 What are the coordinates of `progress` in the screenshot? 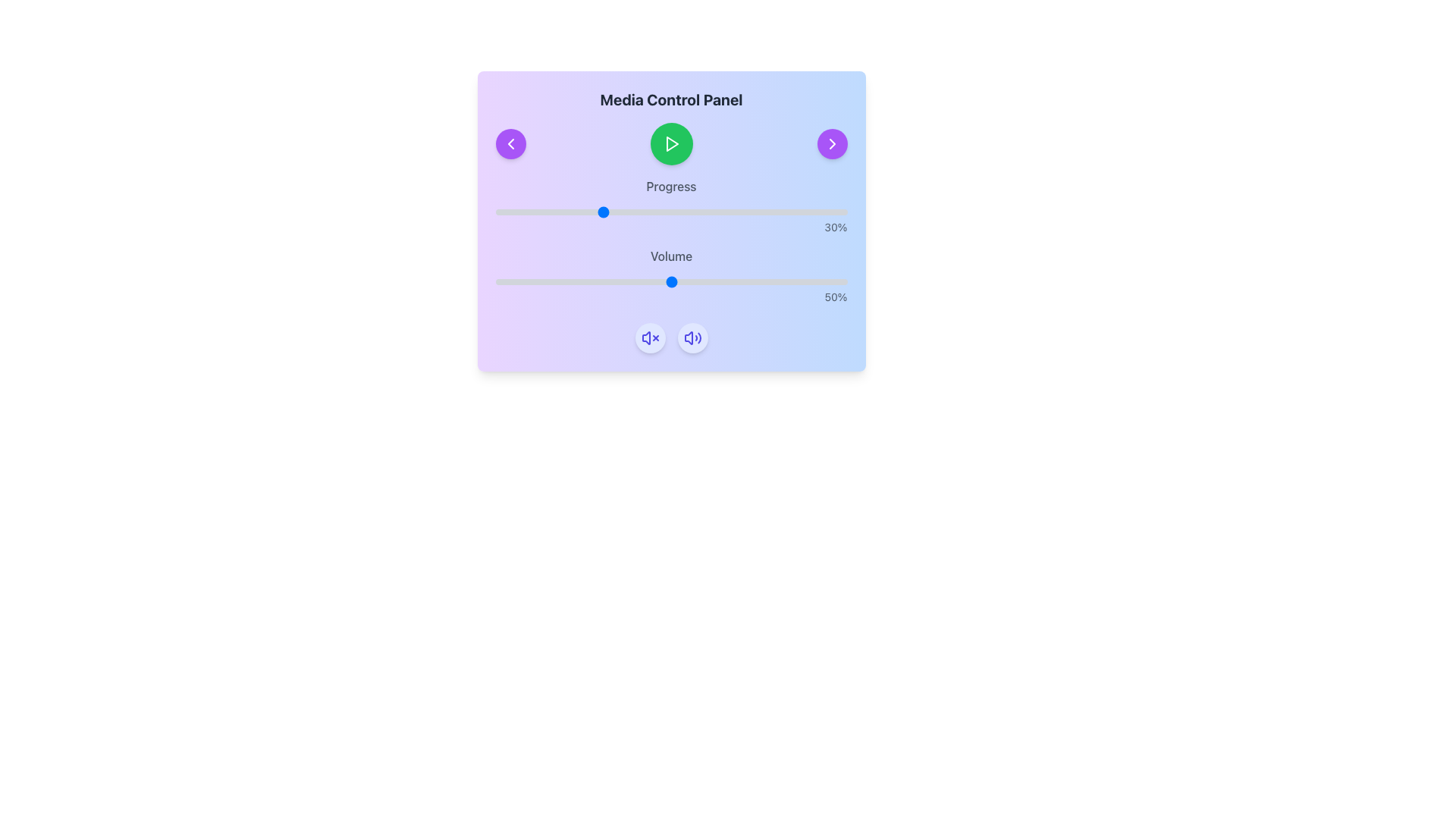 It's located at (755, 212).